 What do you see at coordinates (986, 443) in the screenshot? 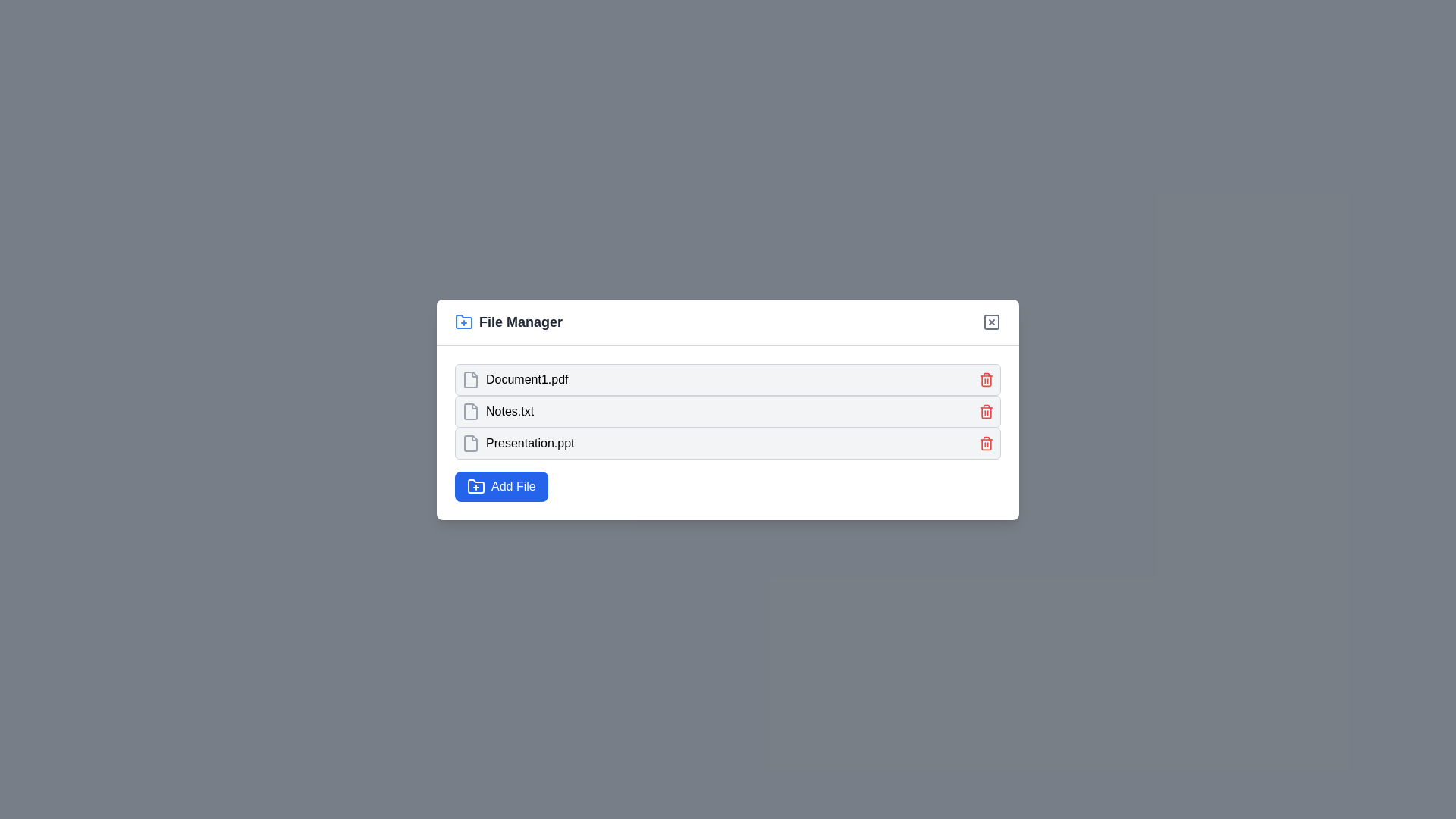
I see `the small red trash bin icon located on the far right side of the row for the file named 'Presentation.ppt'` at bounding box center [986, 443].